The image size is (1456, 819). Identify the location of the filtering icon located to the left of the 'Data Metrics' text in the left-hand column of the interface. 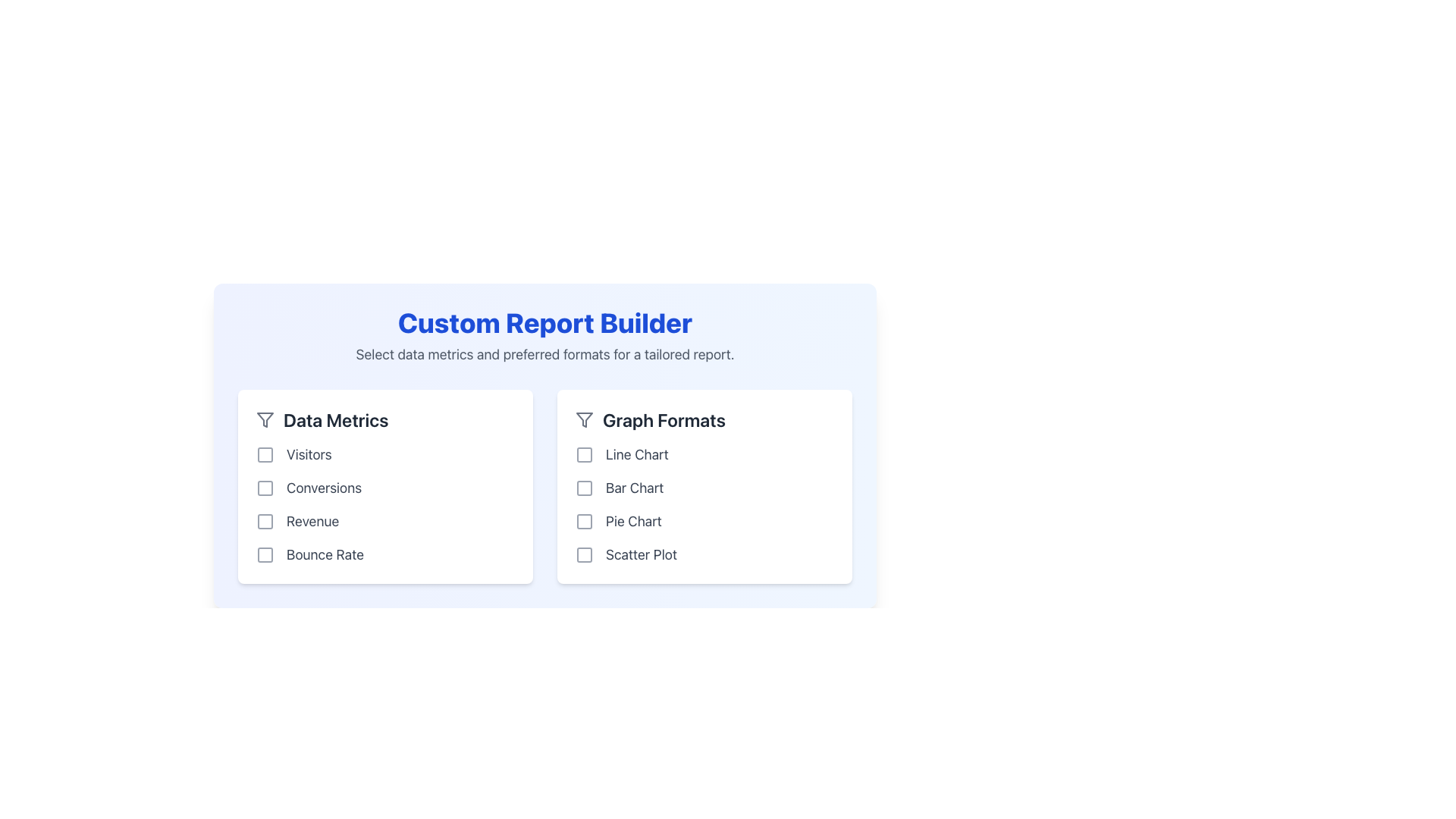
(265, 420).